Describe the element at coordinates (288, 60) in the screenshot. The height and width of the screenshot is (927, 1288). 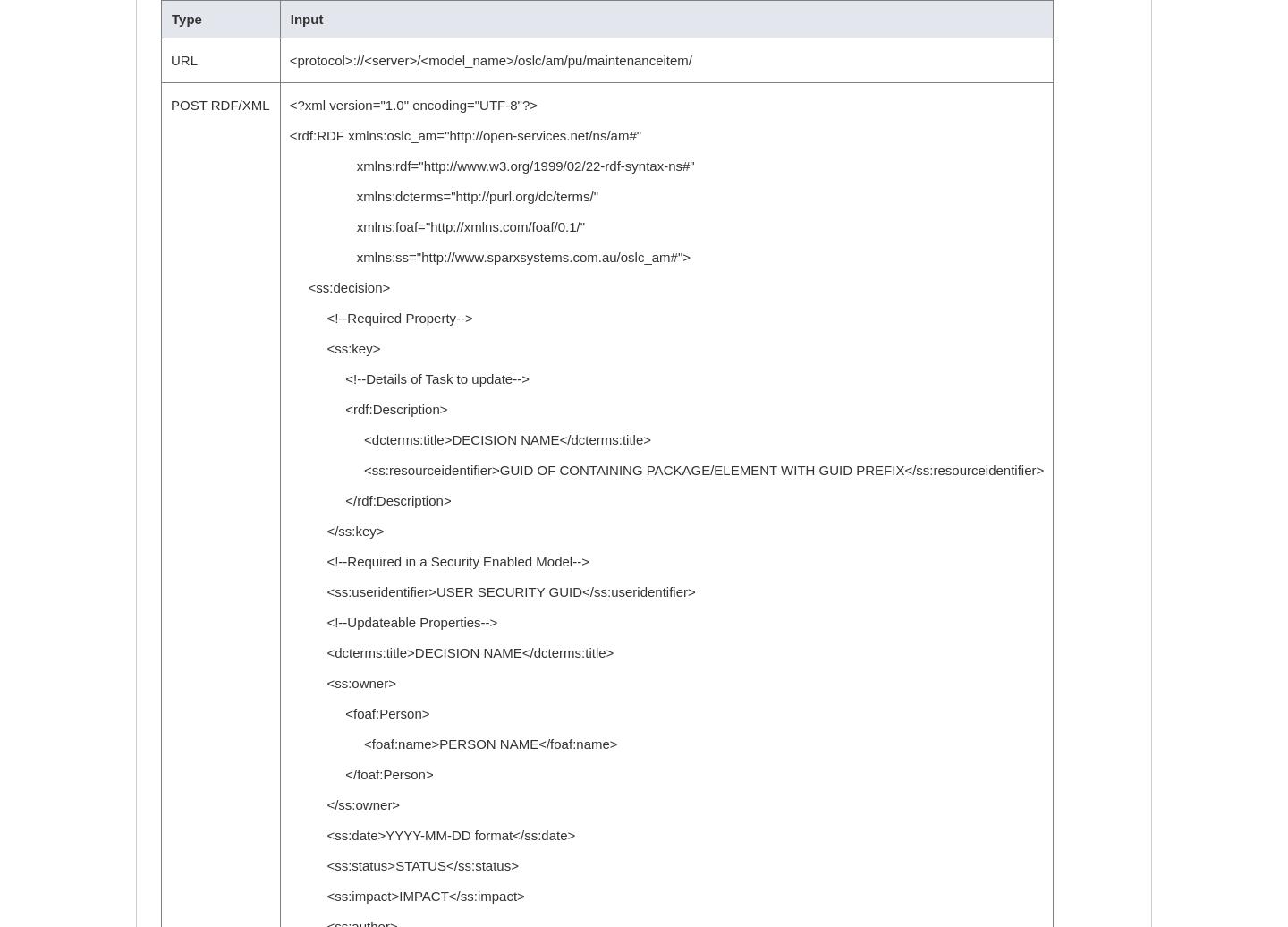
I see `'<protocol>://<server>/<model_name>/oslc/am/pu/maintenanceitem/'` at that location.